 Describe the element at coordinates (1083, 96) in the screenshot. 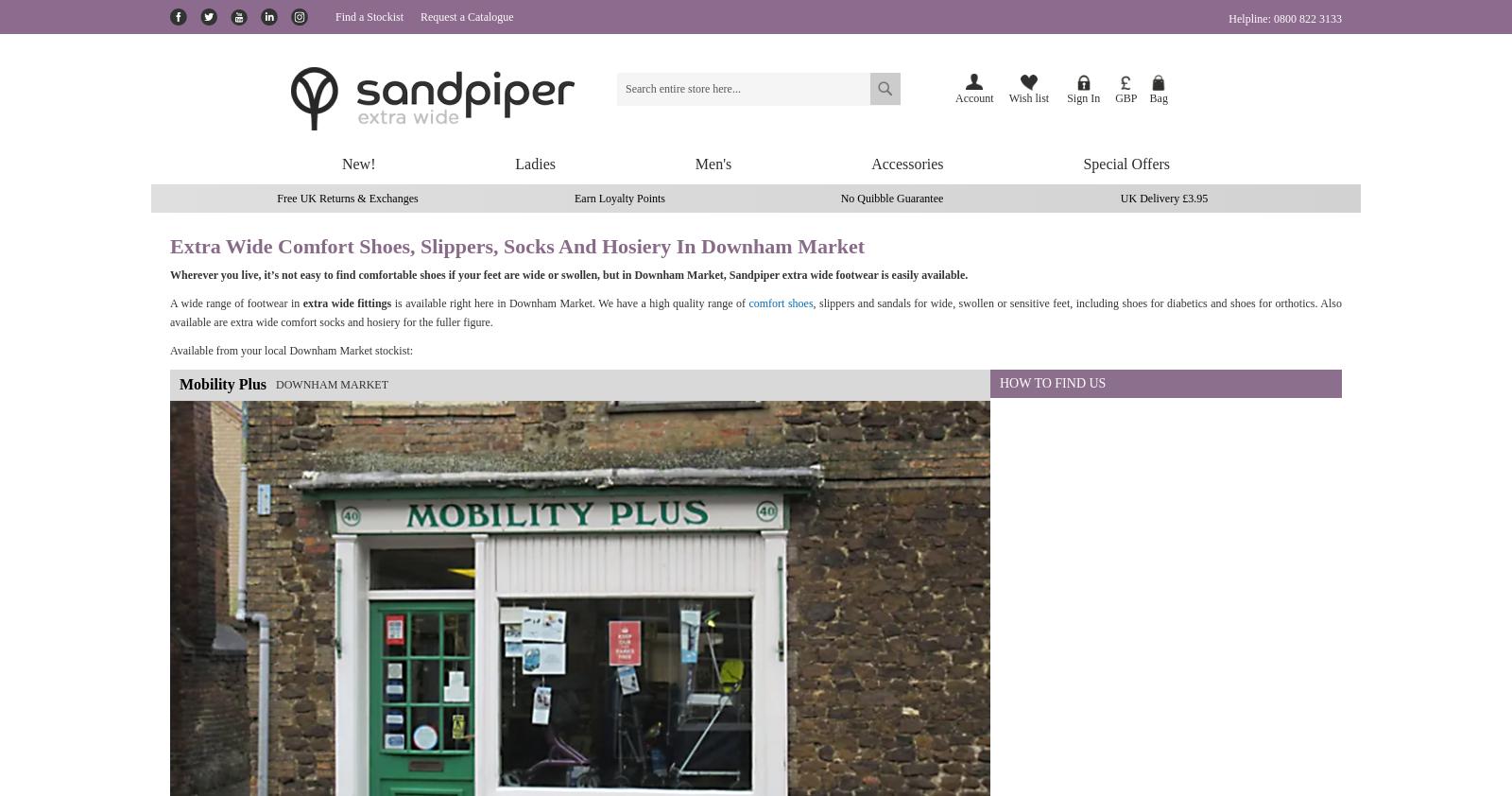

I see `'Sign In'` at that location.